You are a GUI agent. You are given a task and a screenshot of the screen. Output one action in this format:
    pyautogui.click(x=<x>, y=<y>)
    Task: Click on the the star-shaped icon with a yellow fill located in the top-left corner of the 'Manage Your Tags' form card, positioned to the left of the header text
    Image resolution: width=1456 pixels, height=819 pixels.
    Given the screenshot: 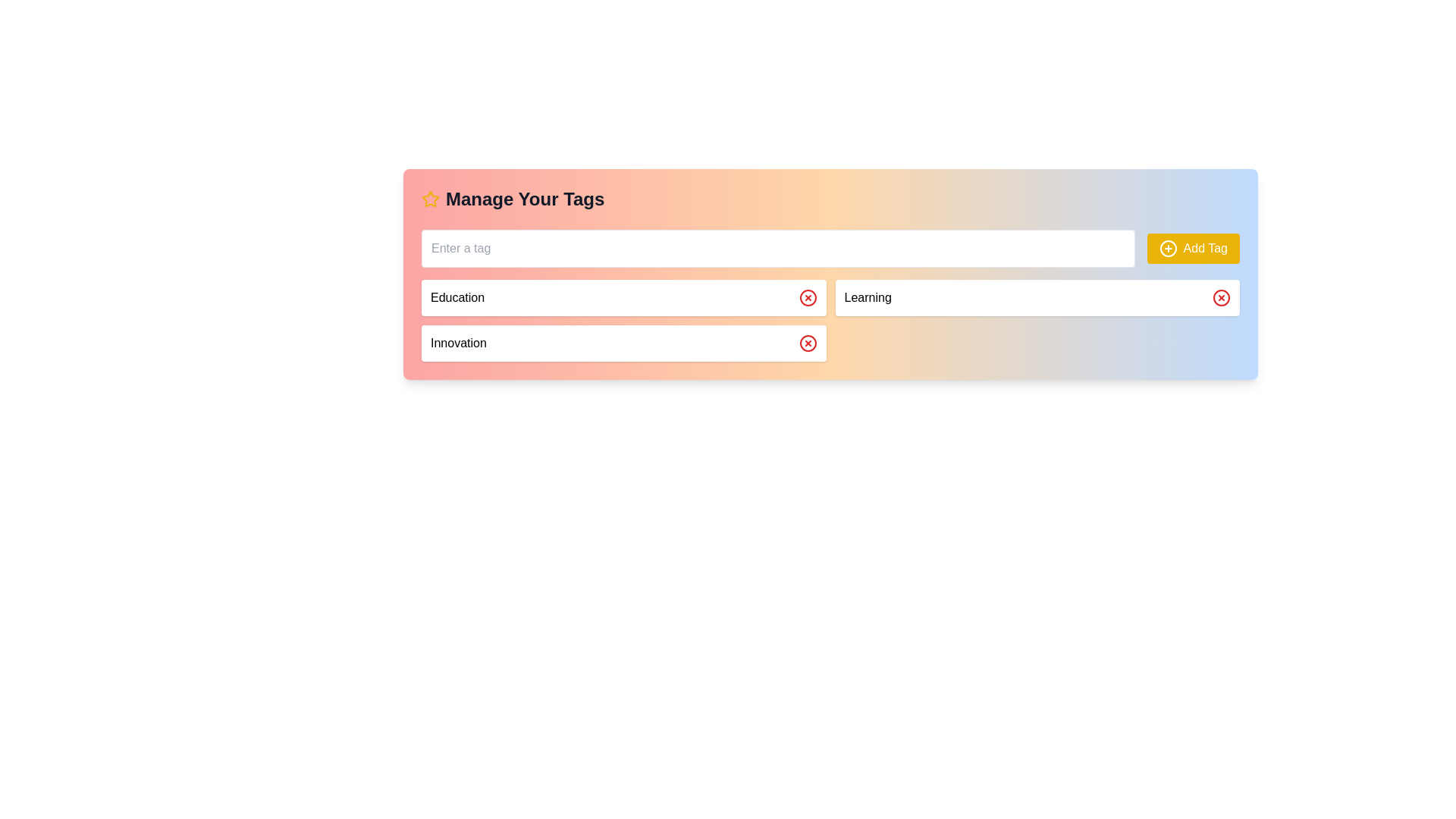 What is the action you would take?
    pyautogui.click(x=429, y=198)
    